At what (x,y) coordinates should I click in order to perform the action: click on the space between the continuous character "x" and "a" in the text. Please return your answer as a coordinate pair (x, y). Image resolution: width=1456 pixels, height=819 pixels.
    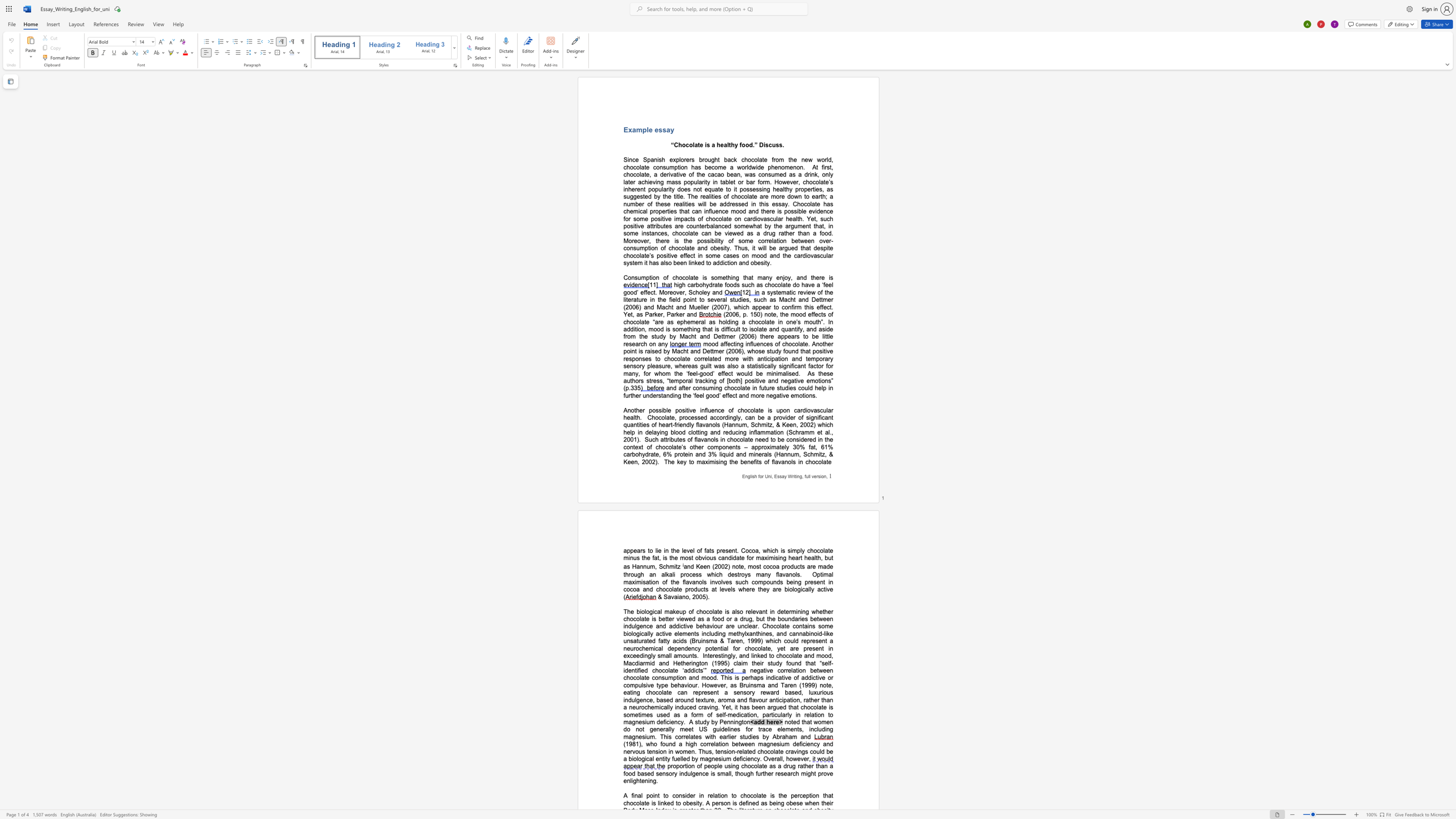
    Looking at the image, I should click on (632, 129).